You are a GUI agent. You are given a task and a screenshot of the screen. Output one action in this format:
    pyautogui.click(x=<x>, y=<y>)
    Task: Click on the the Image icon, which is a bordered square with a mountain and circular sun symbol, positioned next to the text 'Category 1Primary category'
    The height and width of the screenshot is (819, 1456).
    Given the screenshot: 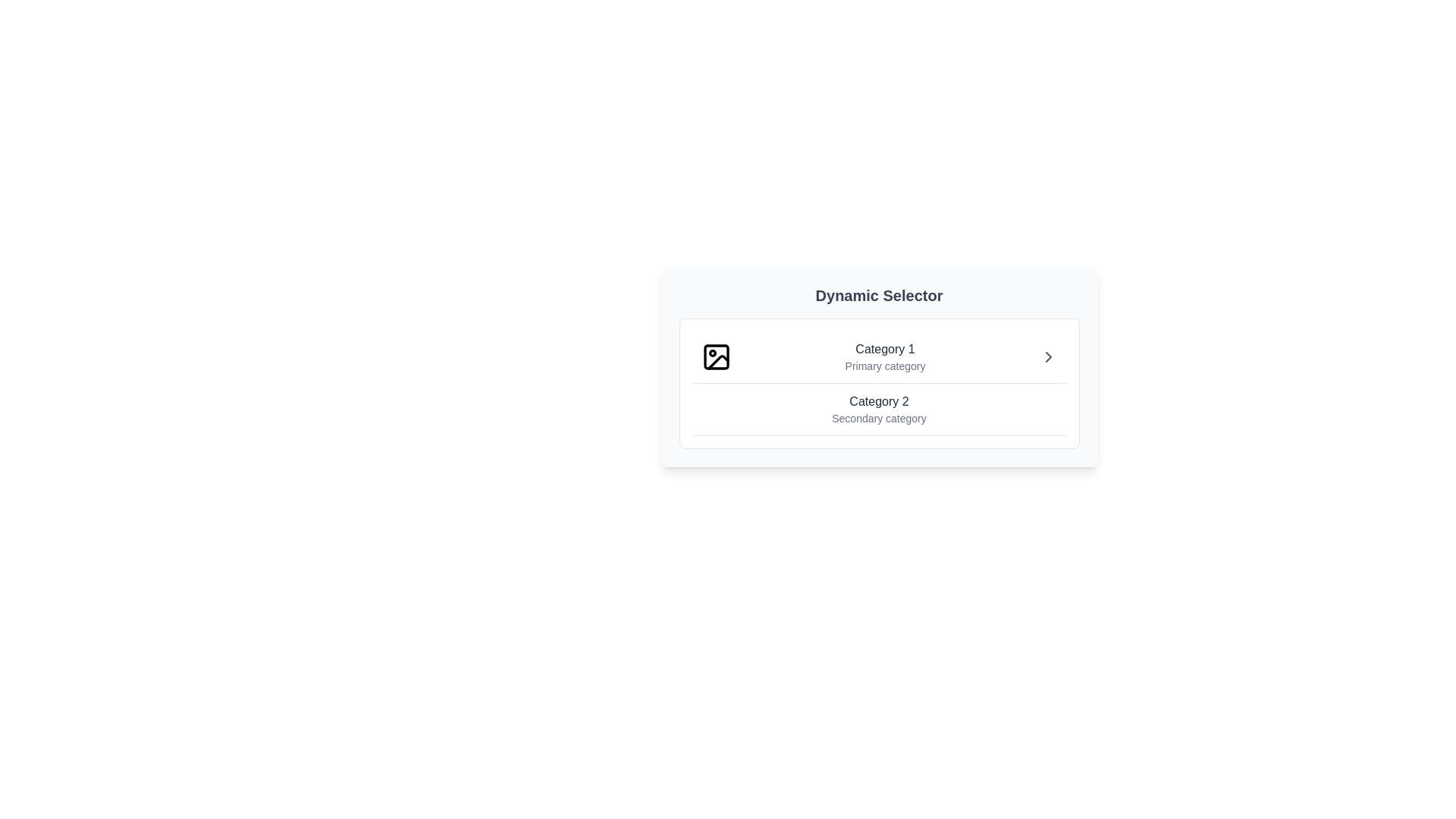 What is the action you would take?
    pyautogui.click(x=715, y=356)
    